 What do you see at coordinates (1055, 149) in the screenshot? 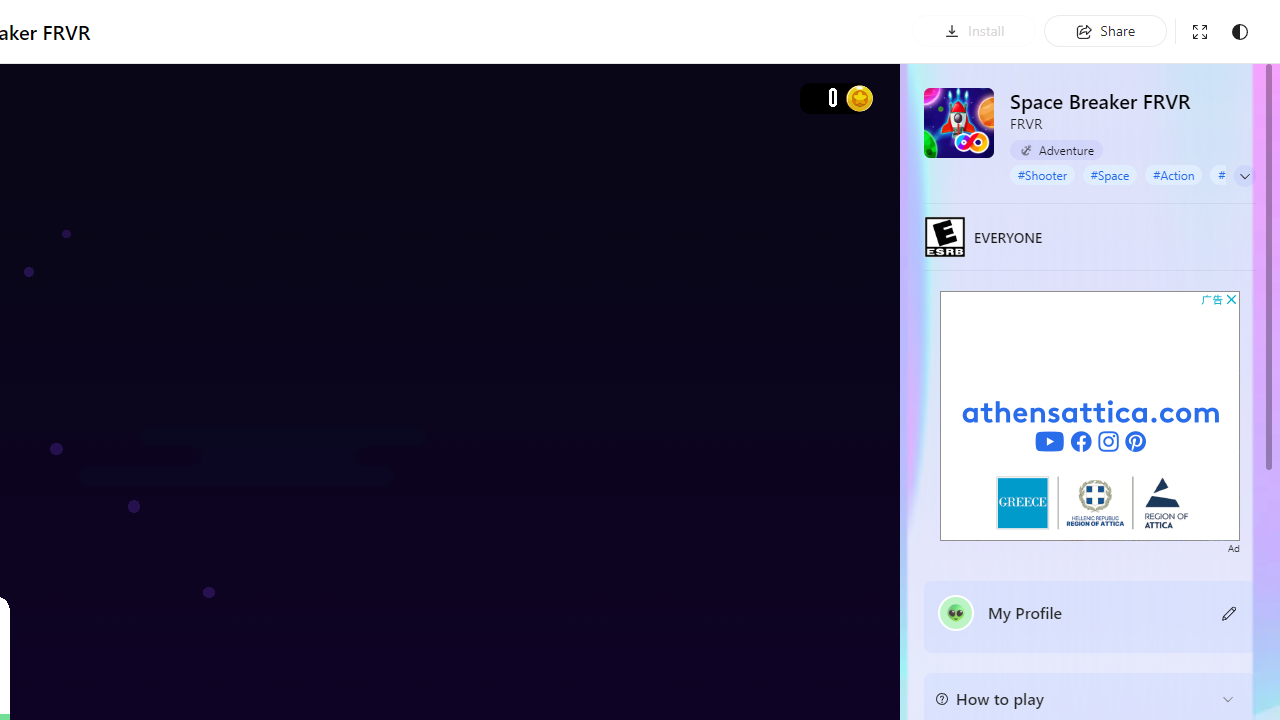
I see `'Adventure'` at bounding box center [1055, 149].